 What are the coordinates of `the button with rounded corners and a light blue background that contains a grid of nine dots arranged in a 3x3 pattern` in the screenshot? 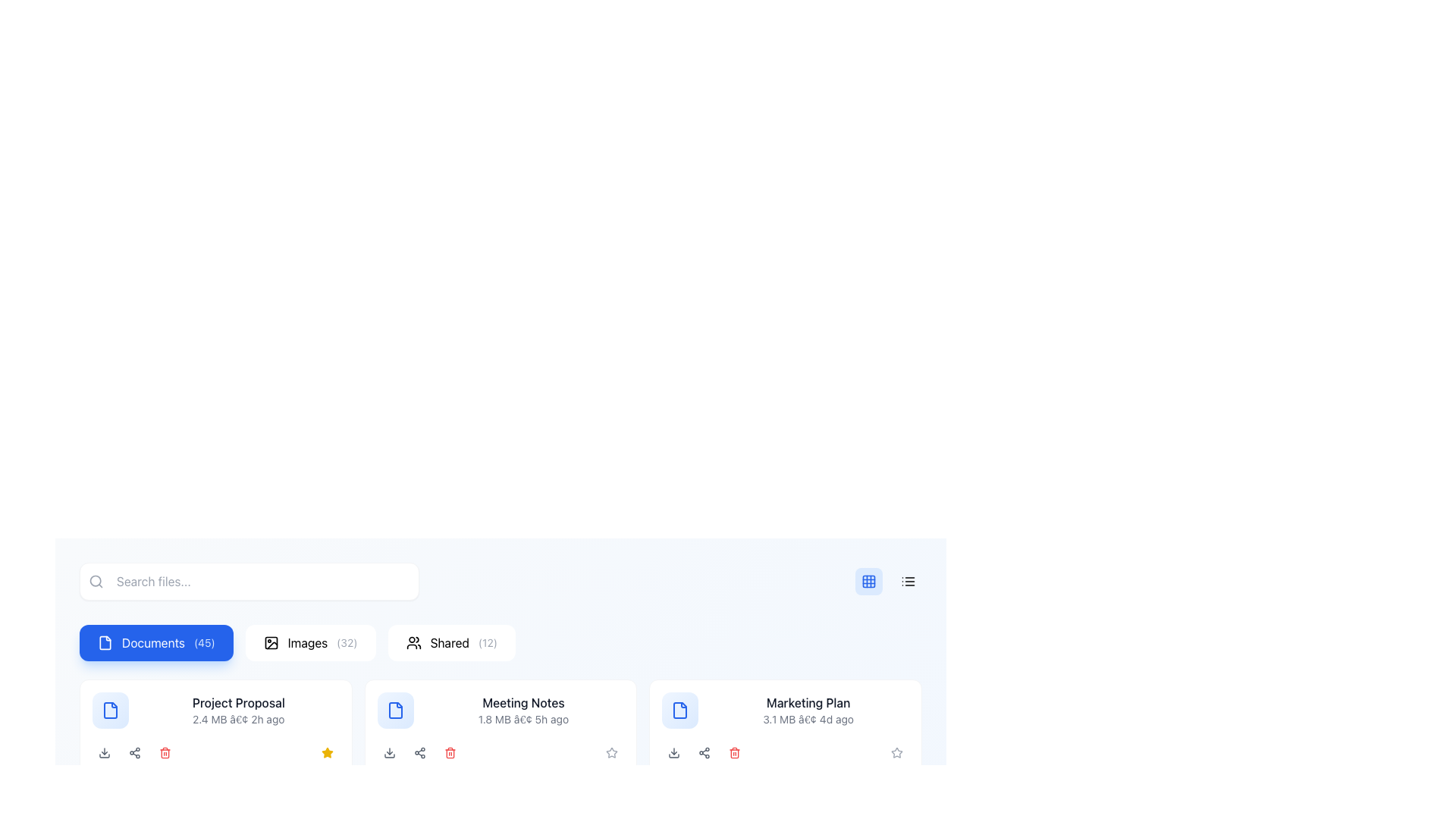 It's located at (869, 581).